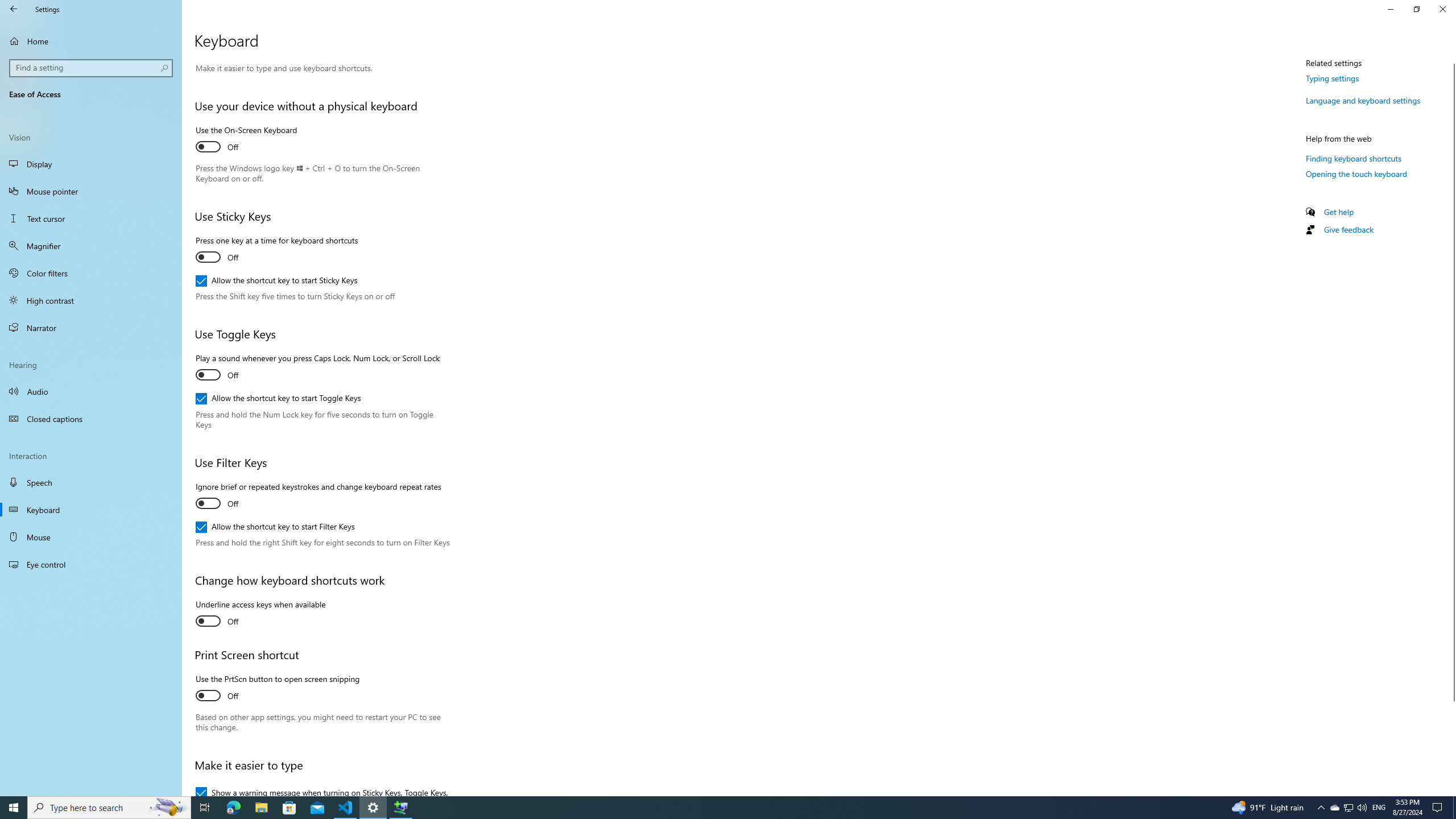 The height and width of the screenshot is (819, 1456). I want to click on 'Use the PrtScn button to open screen snipping', so click(276, 688).